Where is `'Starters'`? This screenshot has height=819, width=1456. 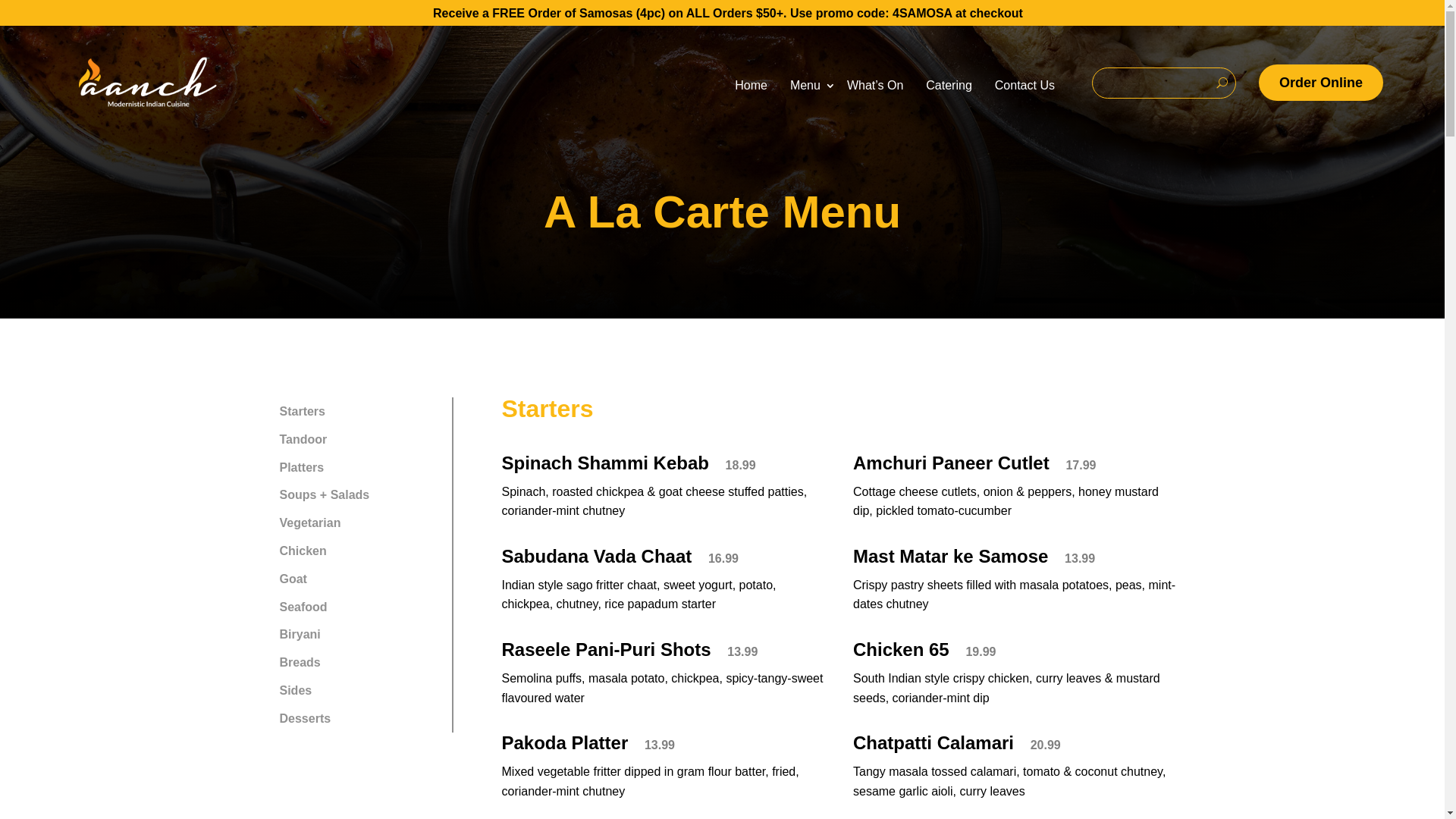 'Starters' is located at coordinates (359, 411).